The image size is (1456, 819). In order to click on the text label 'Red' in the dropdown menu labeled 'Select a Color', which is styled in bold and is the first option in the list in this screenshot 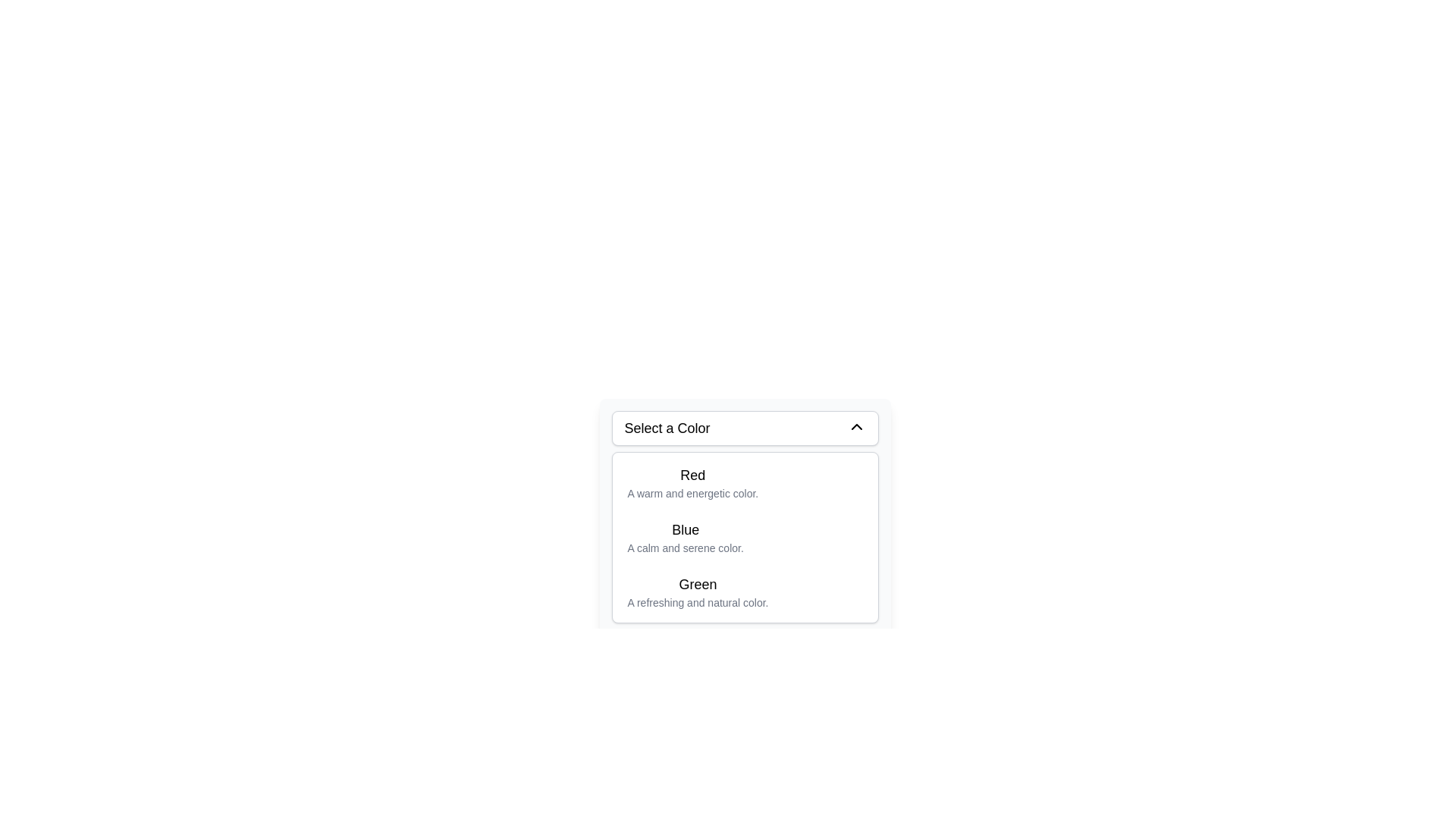, I will do `click(692, 475)`.